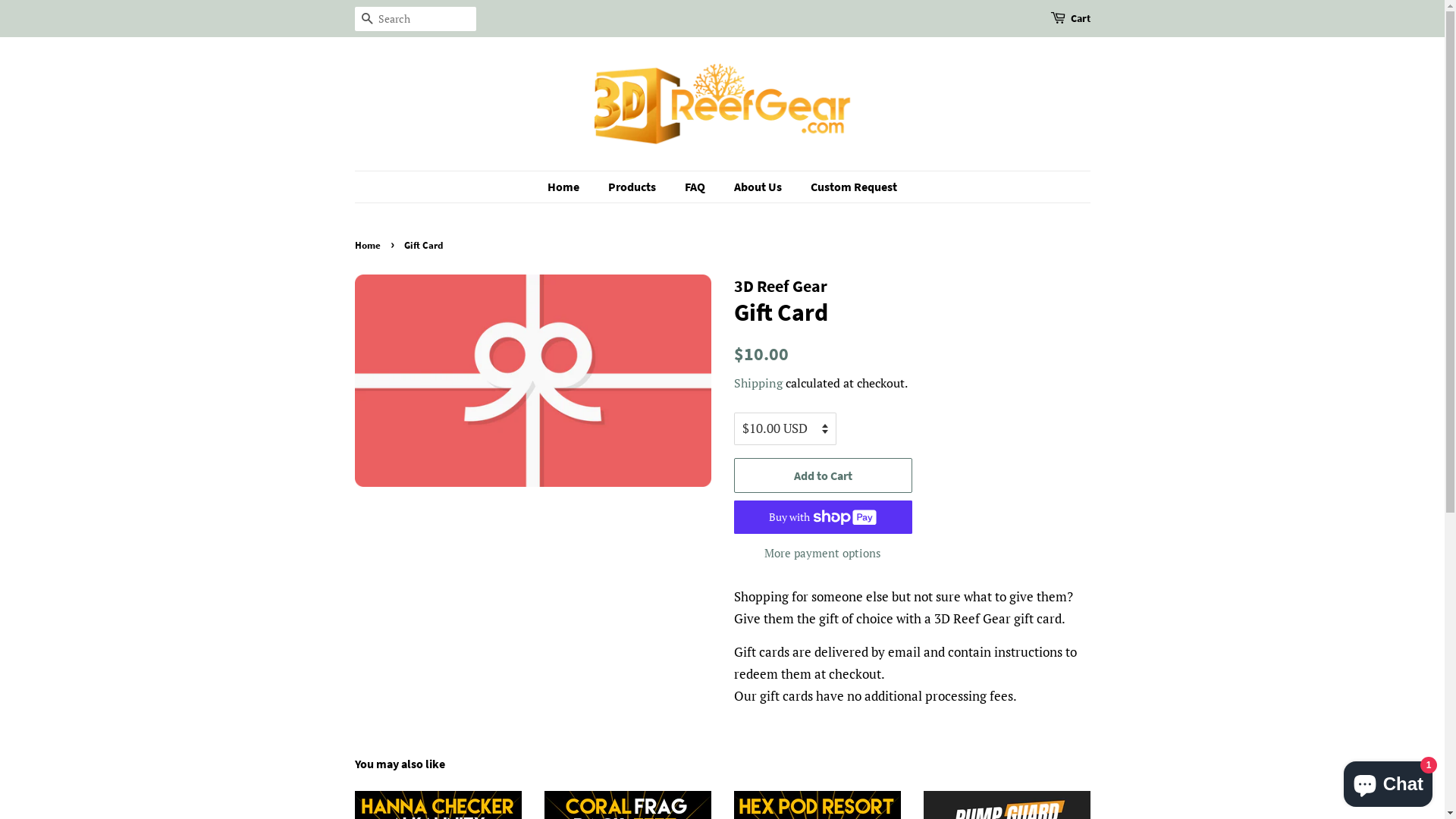 The height and width of the screenshot is (819, 1456). Describe the element at coordinates (1388, 780) in the screenshot. I see `'Shopify online store chat'` at that location.